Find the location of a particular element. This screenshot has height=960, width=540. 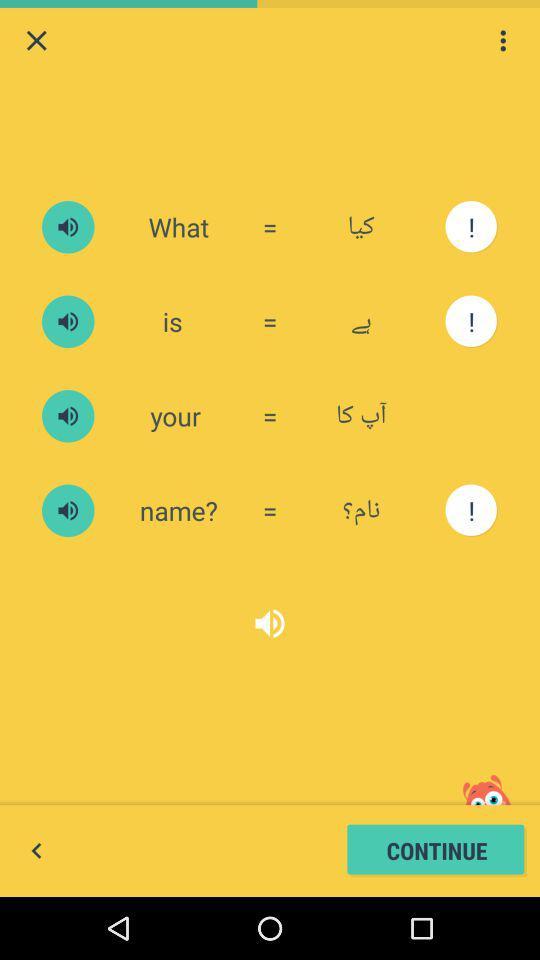

the volume icon is located at coordinates (67, 242).